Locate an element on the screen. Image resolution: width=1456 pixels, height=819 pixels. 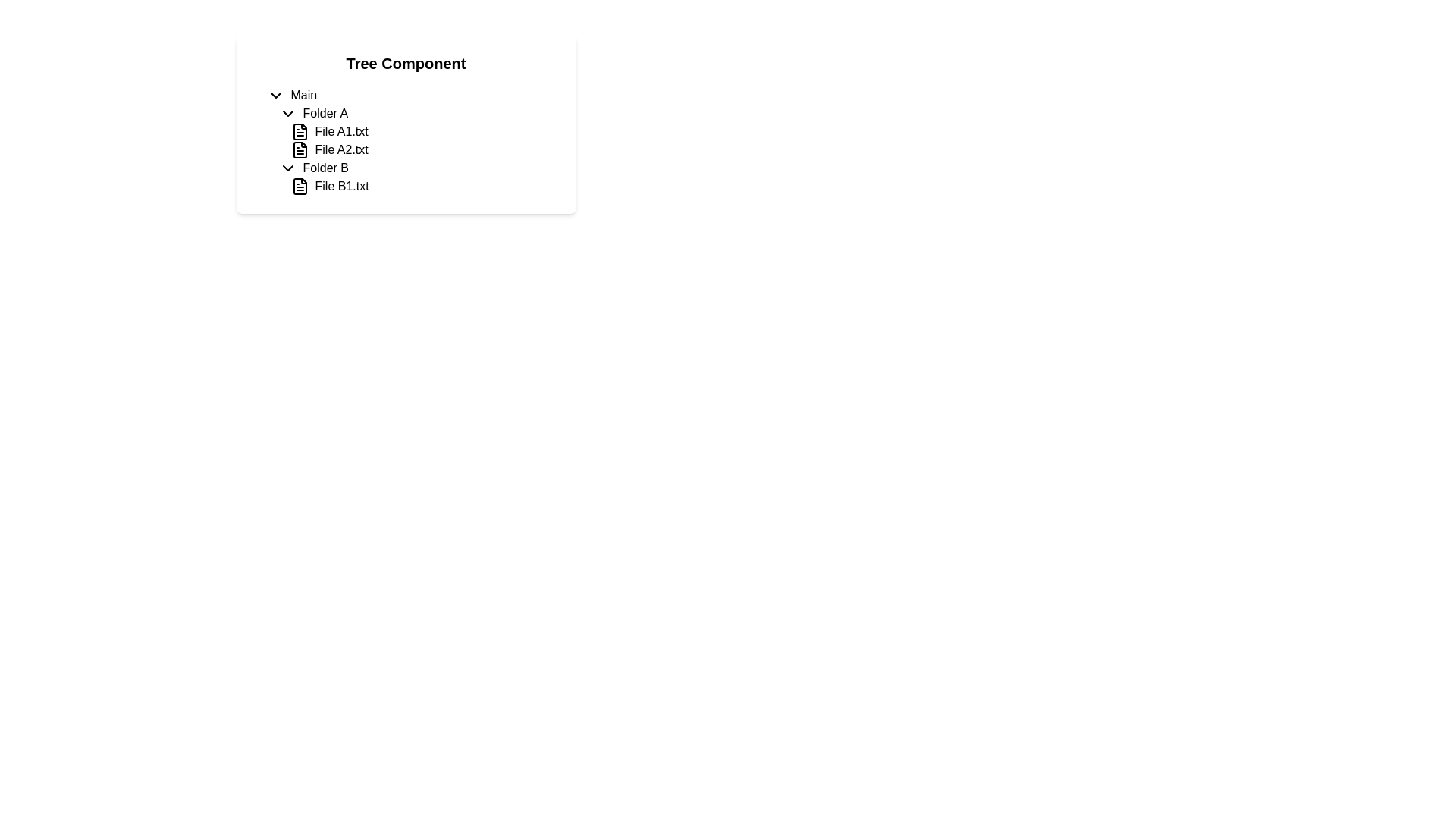
the text label 'File B1.txt' displayed in bold font is located at coordinates (341, 186).